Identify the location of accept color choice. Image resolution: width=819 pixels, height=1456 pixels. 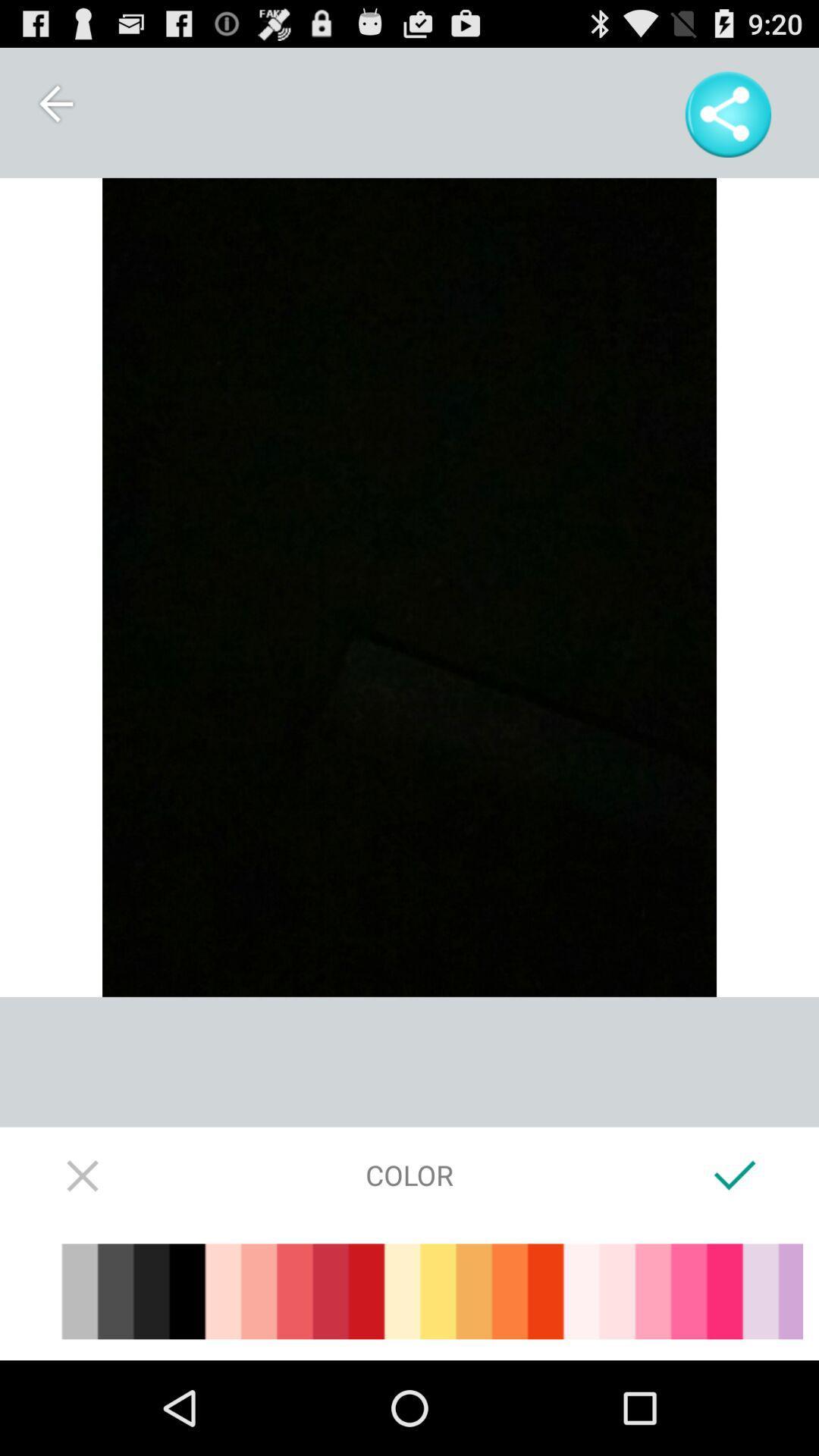
(734, 1174).